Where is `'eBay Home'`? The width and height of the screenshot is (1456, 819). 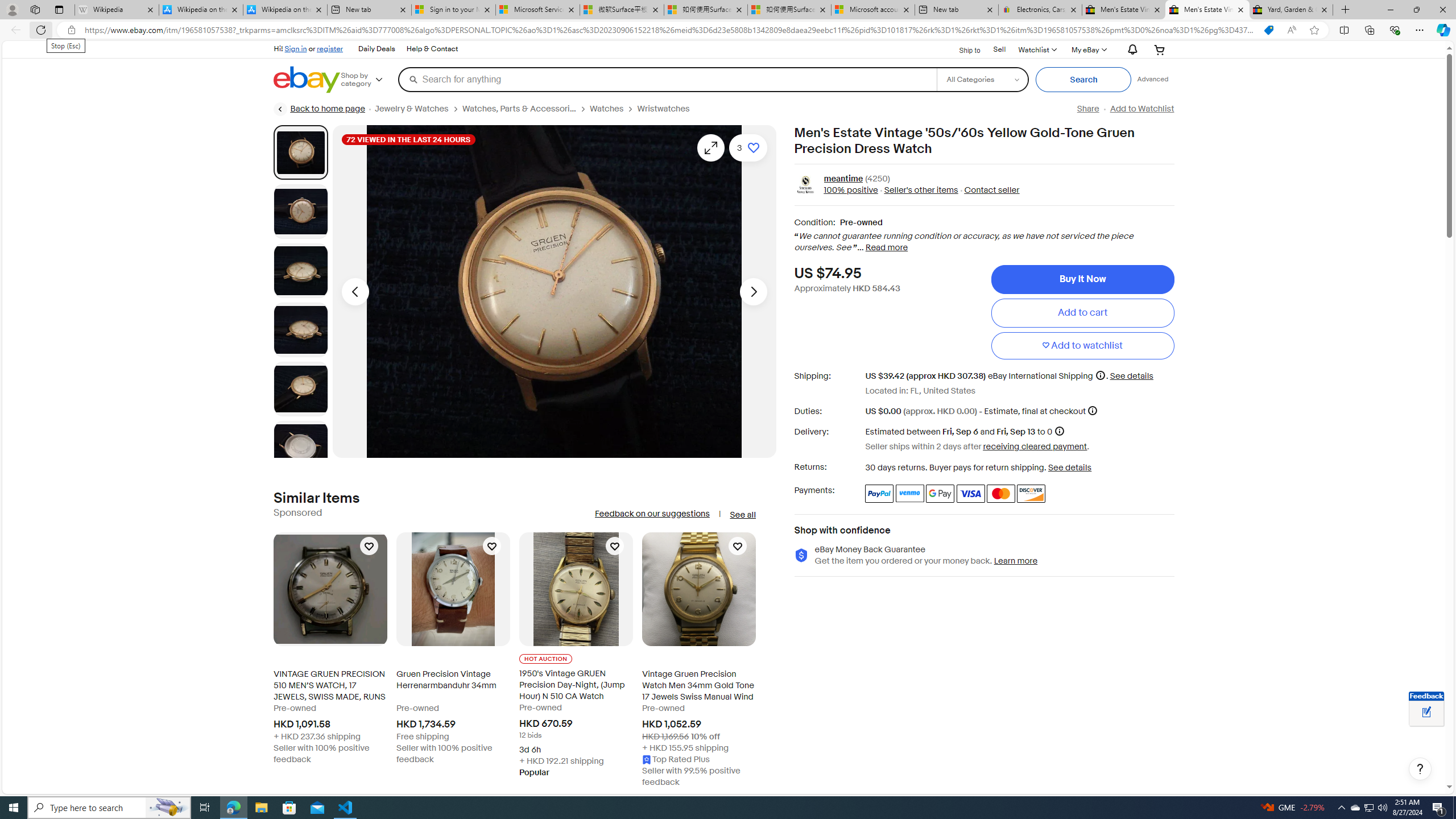 'eBay Home' is located at coordinates (307, 79).